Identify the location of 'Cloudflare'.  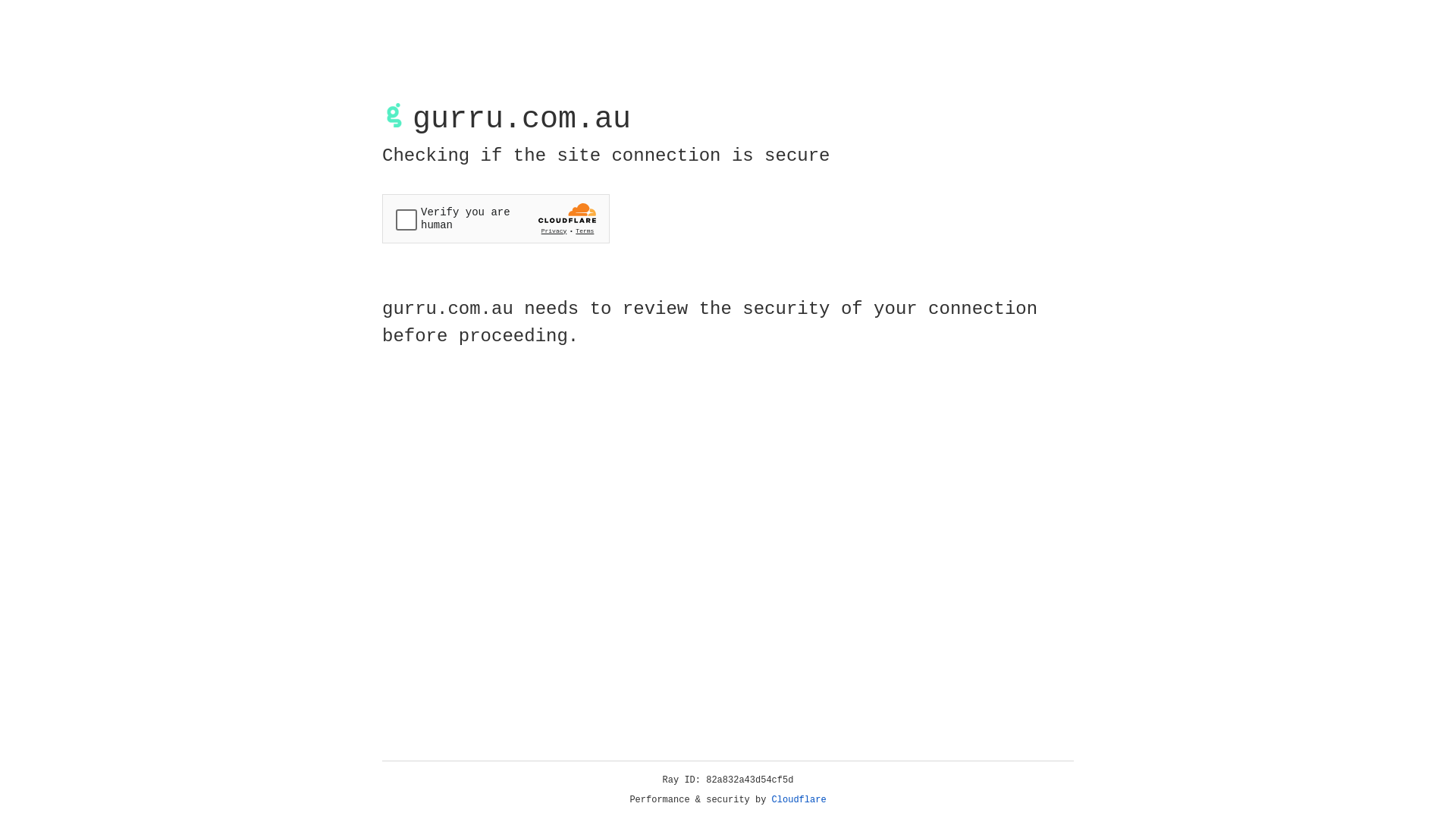
(799, 799).